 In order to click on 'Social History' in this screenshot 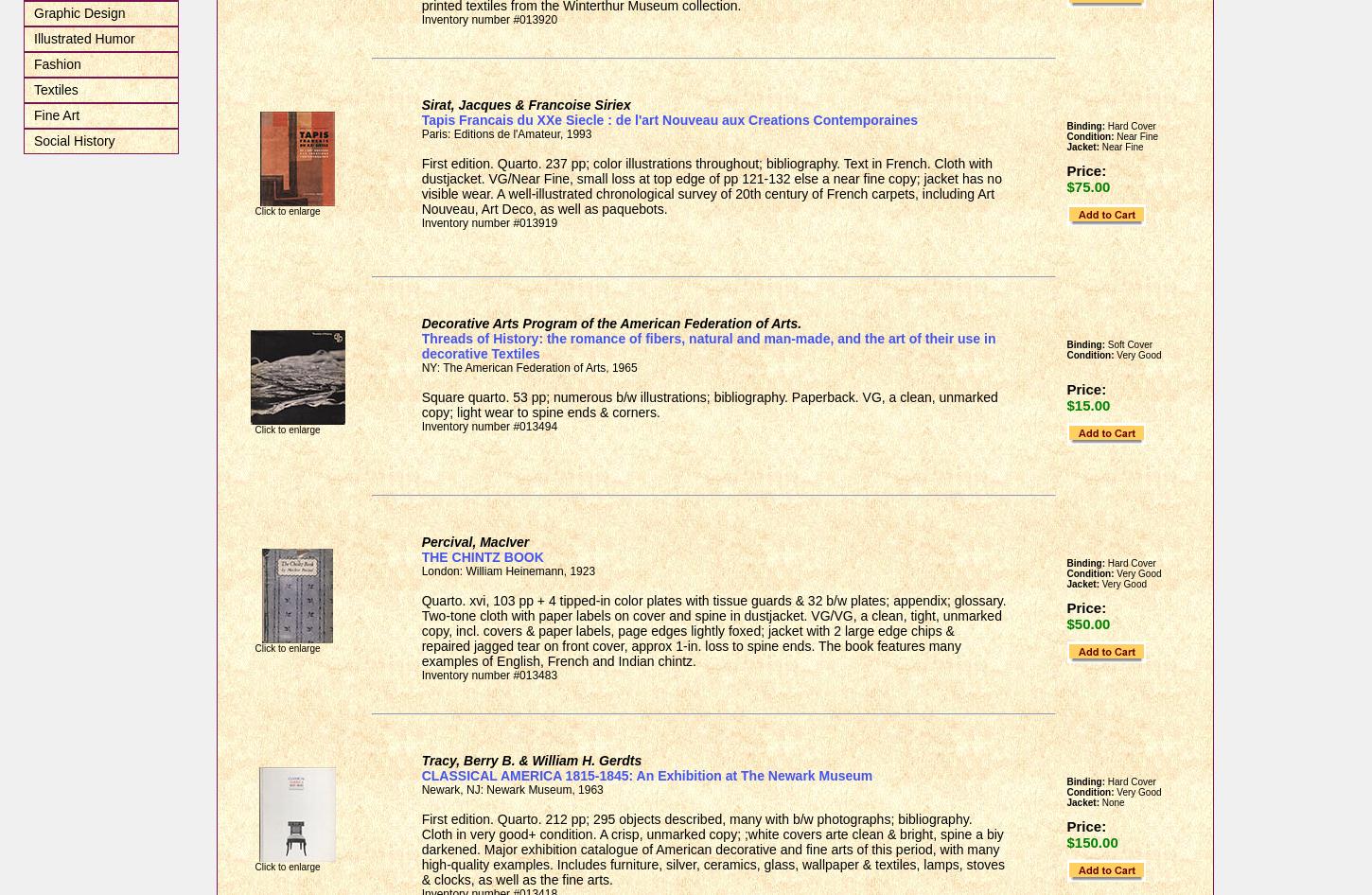, I will do `click(74, 138)`.